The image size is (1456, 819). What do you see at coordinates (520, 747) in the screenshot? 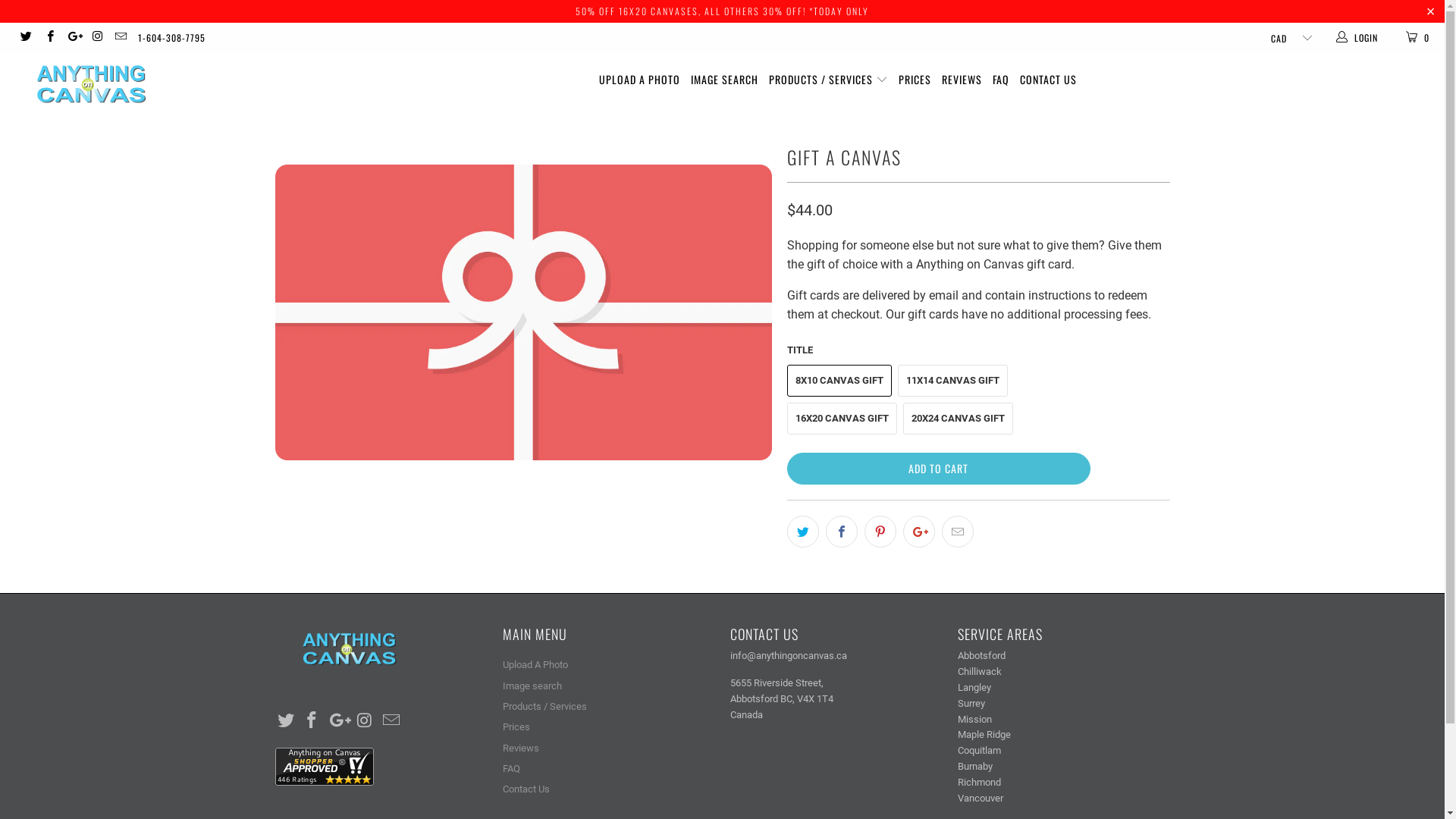
I see `'Reviews'` at bounding box center [520, 747].